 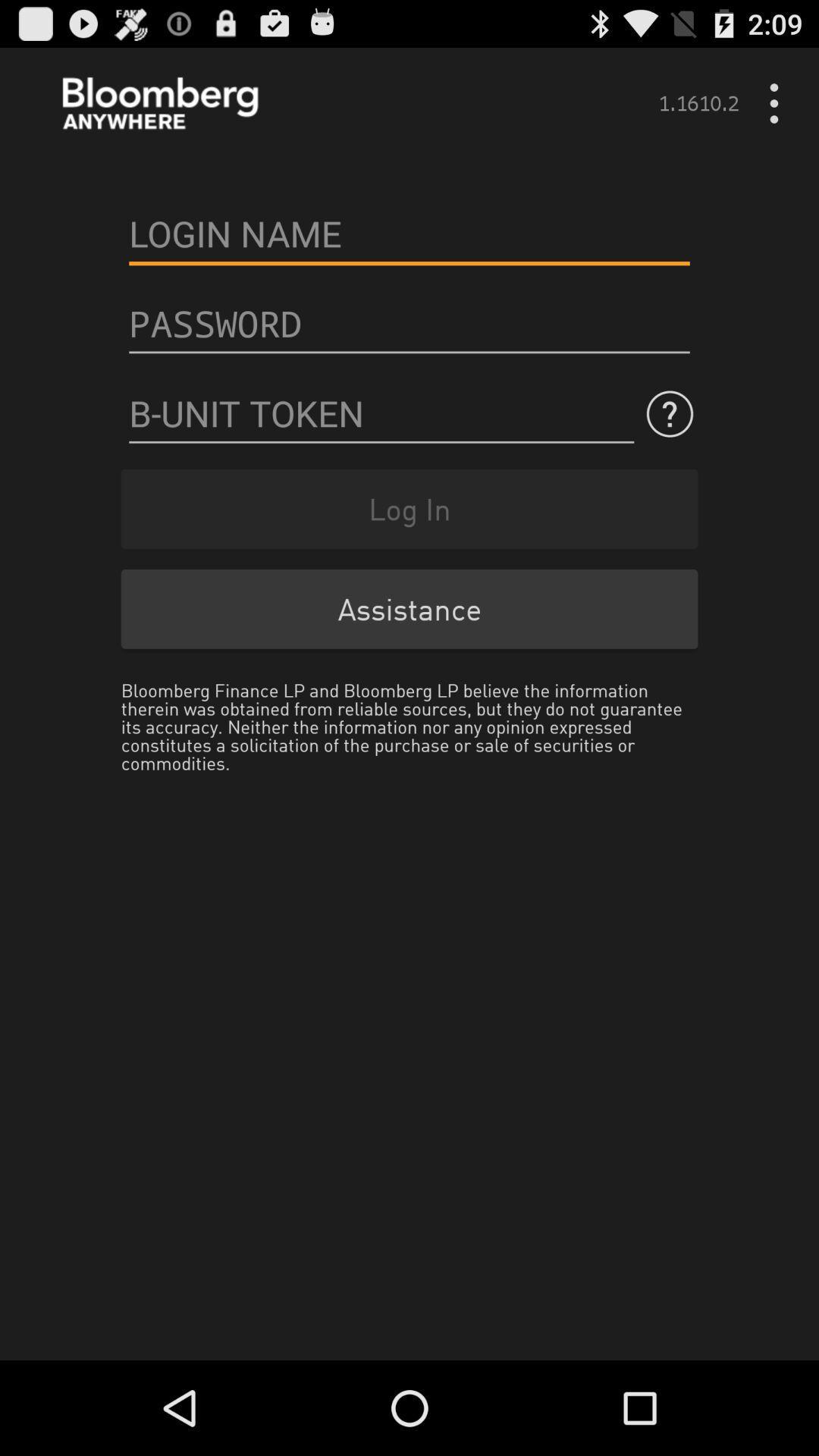 I want to click on the help icon, so click(x=669, y=442).